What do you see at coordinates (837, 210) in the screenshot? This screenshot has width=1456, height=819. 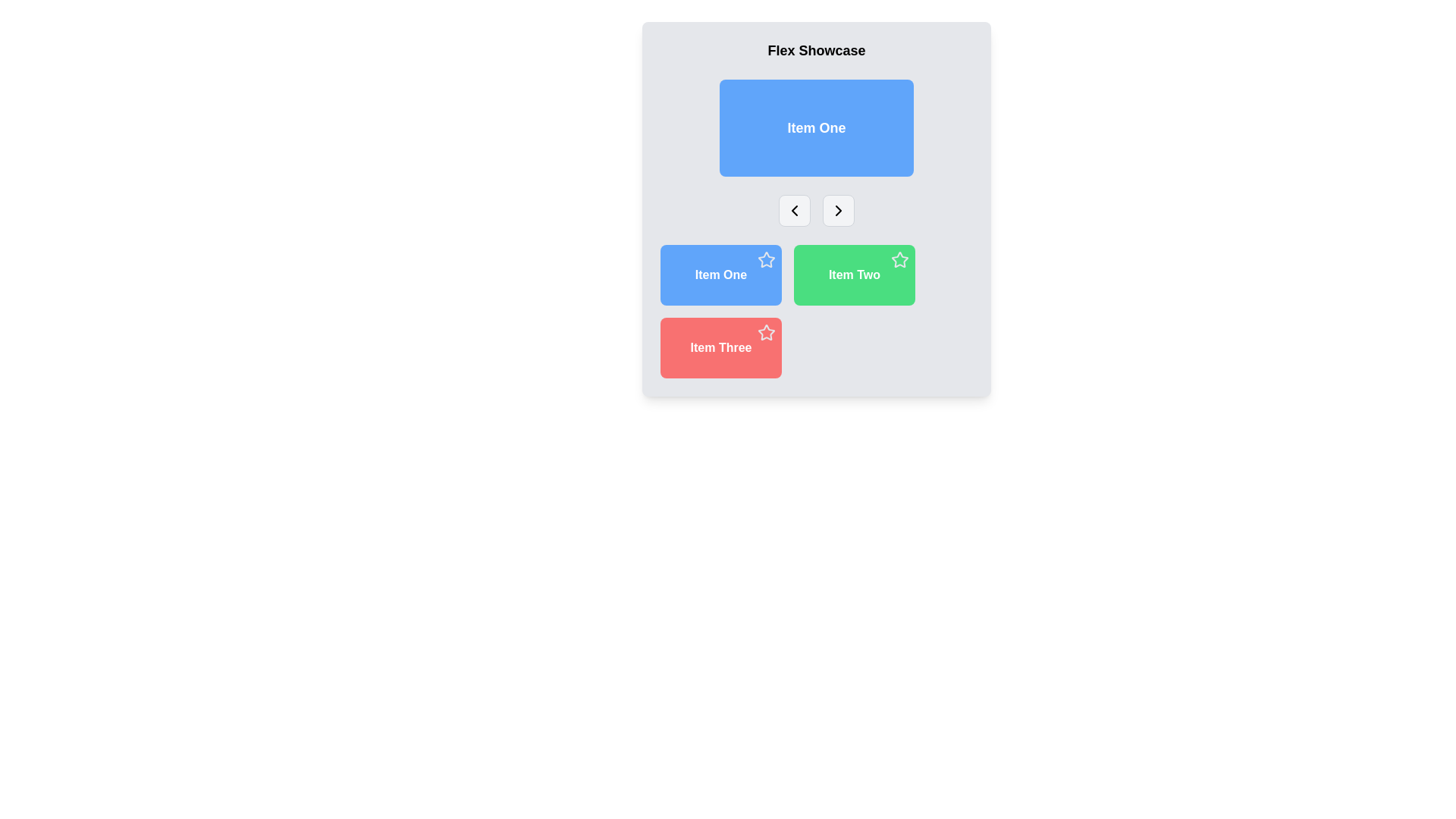 I see `the right-facing chevron arrow icon within the navigation button` at bounding box center [837, 210].